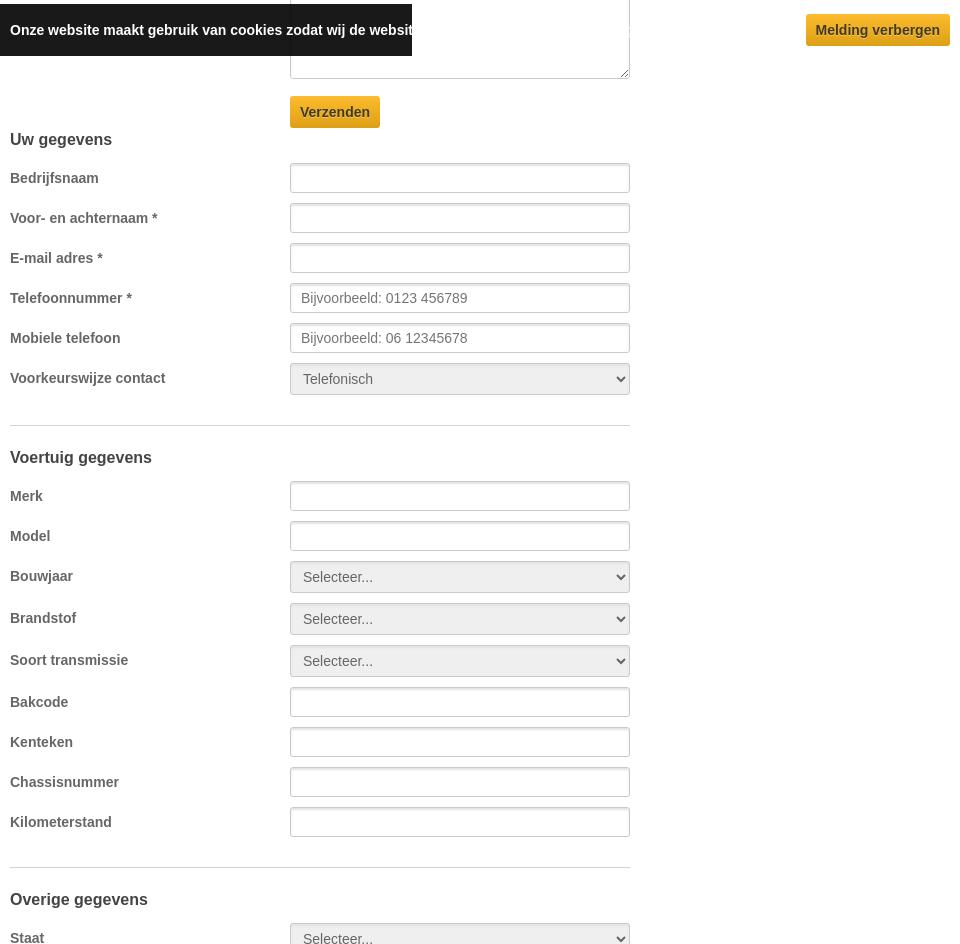  I want to click on 'Model', so click(28, 535).